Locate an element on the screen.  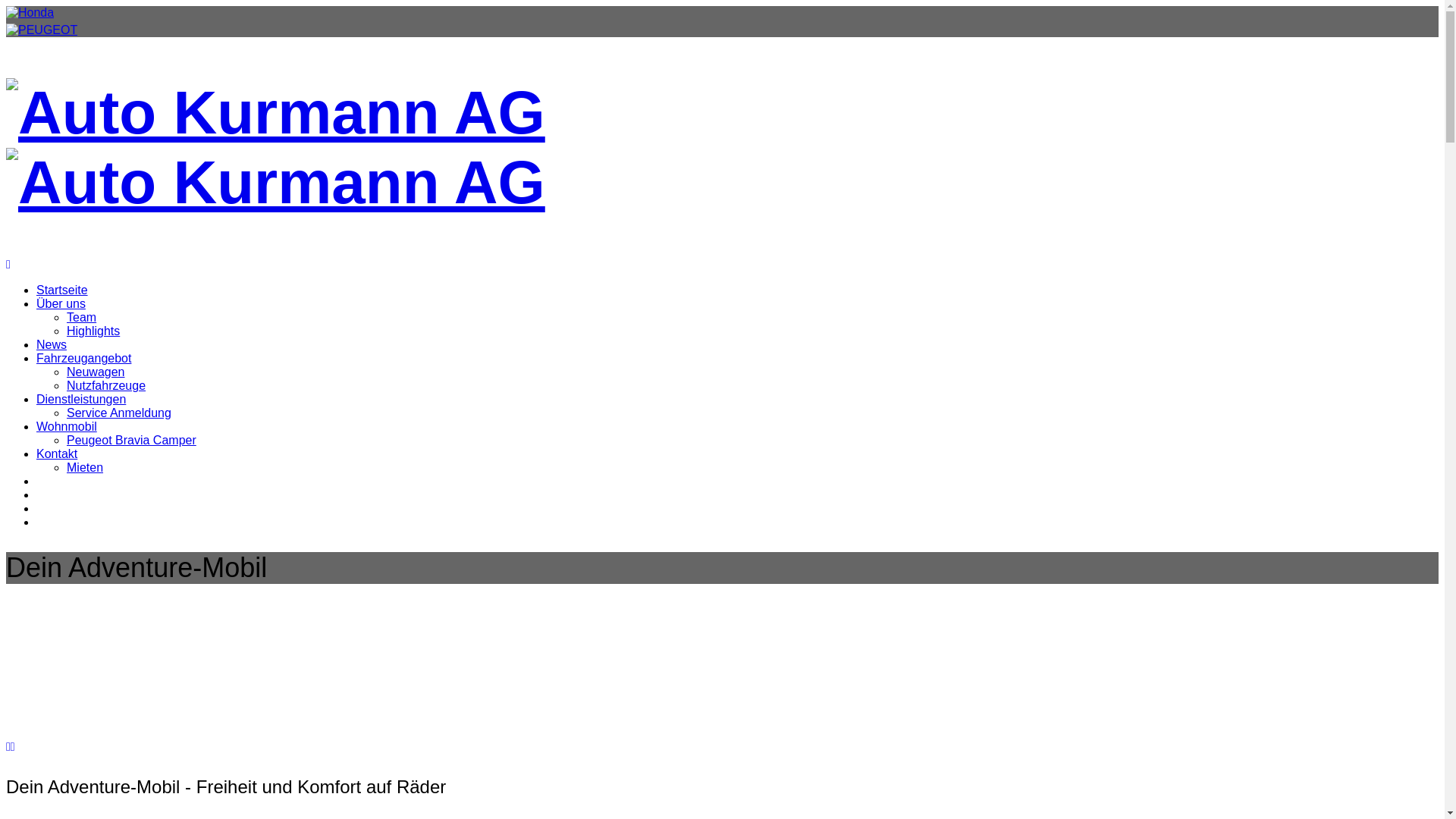
'Mieten' is located at coordinates (83, 466).